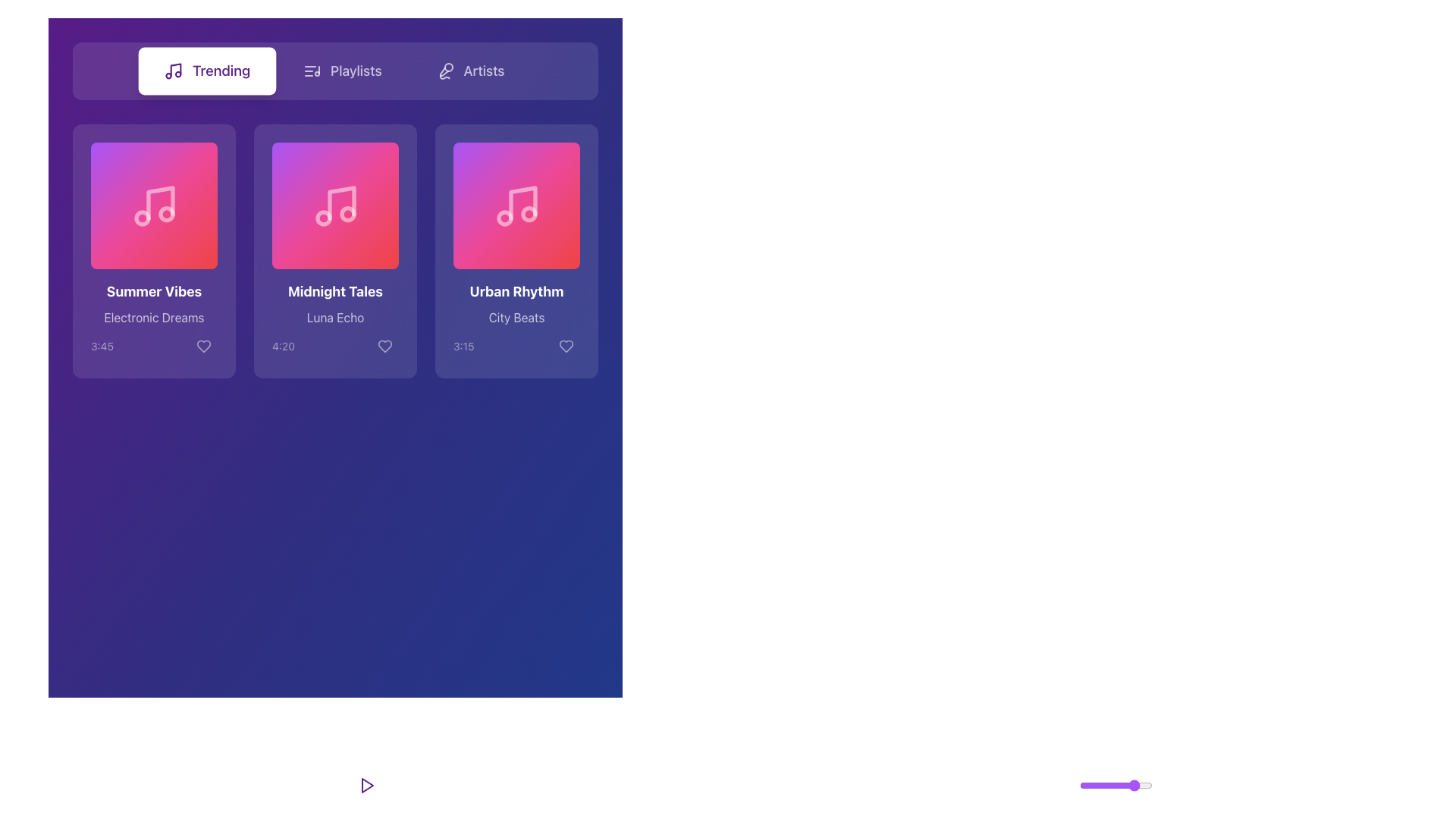 This screenshot has width=1456, height=819. I want to click on the heart icon button located at the bottom-right corner of the card representing the track 'Midnight Tales' by Luna Echo to favorite the track, so click(385, 346).